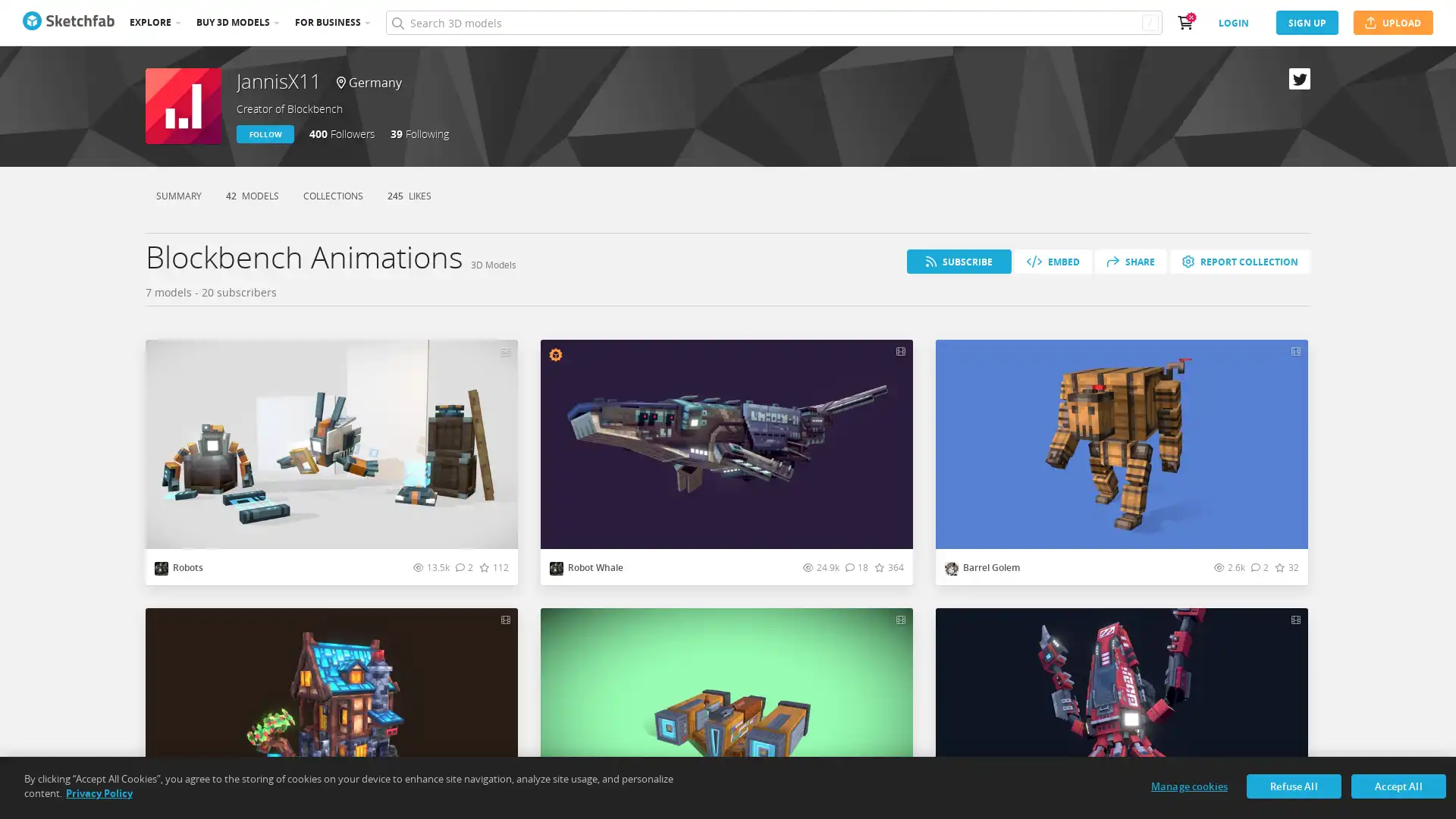  I want to click on Refuse All, so click(1293, 786).